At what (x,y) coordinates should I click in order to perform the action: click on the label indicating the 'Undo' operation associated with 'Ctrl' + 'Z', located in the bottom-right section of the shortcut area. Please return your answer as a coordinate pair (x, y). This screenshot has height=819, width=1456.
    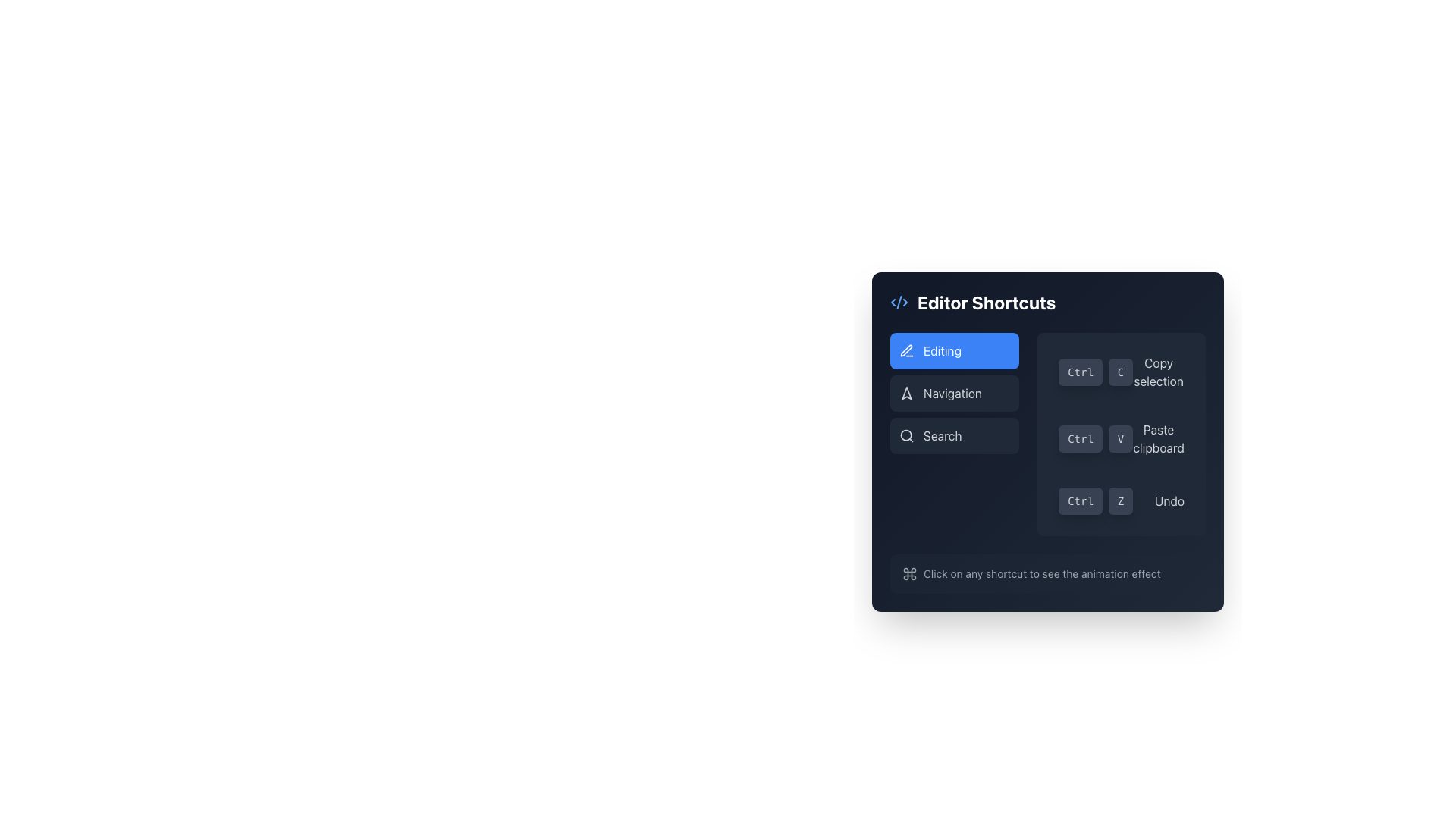
    Looking at the image, I should click on (1169, 500).